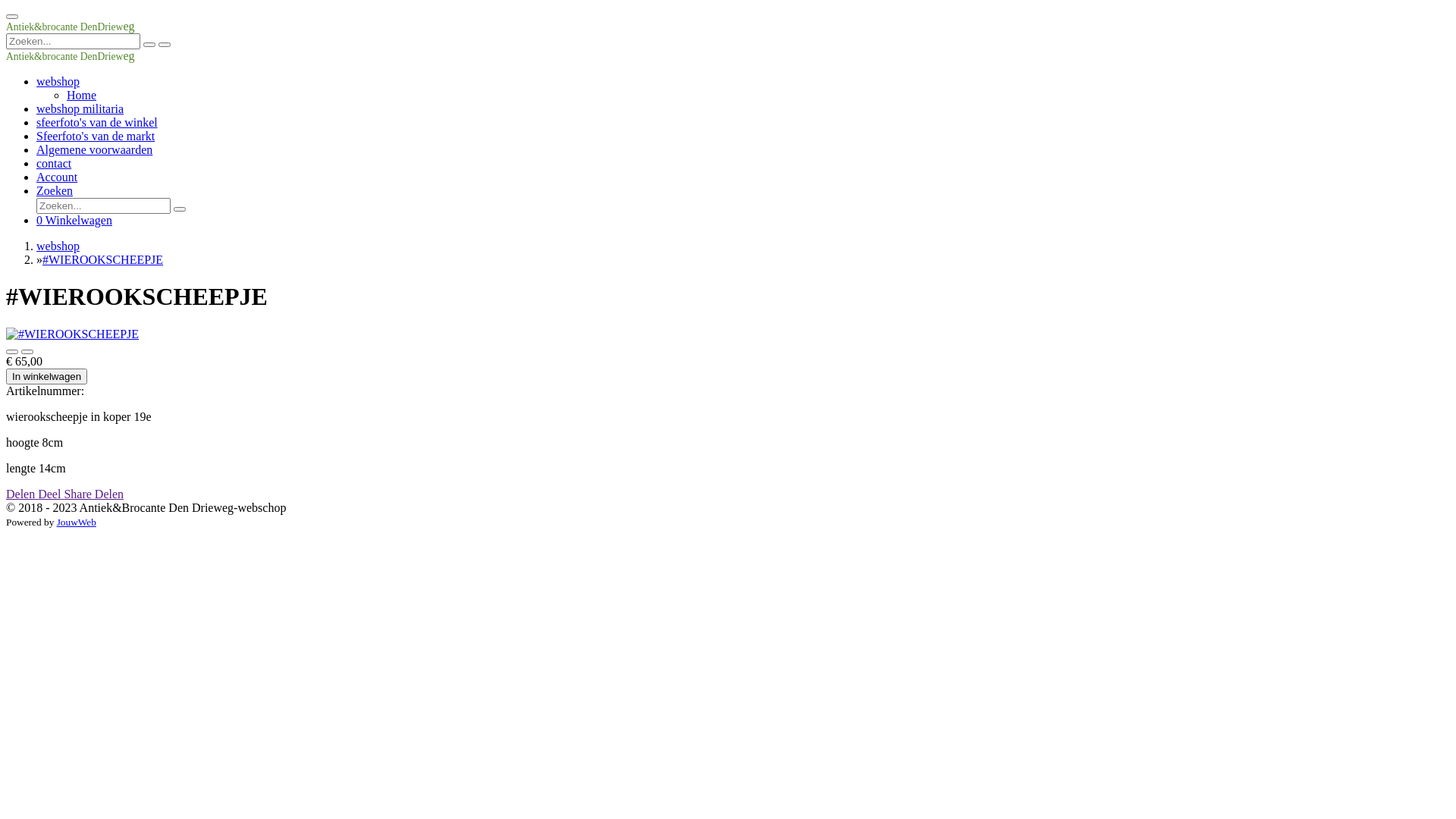  Describe the element at coordinates (36, 149) in the screenshot. I see `'Algemene voorwaarden'` at that location.